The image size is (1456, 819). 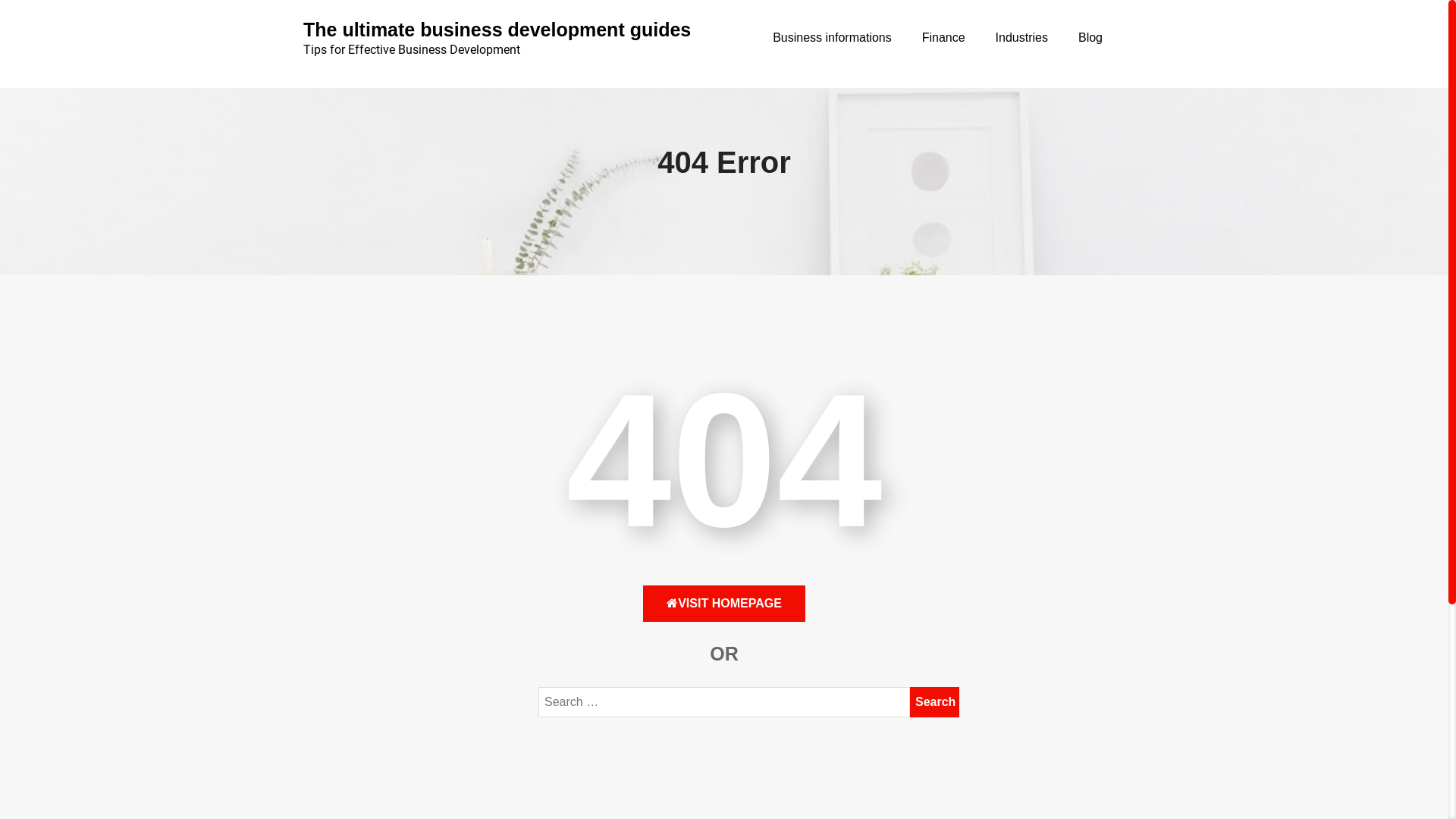 I want to click on 'Industries', so click(x=1021, y=37).